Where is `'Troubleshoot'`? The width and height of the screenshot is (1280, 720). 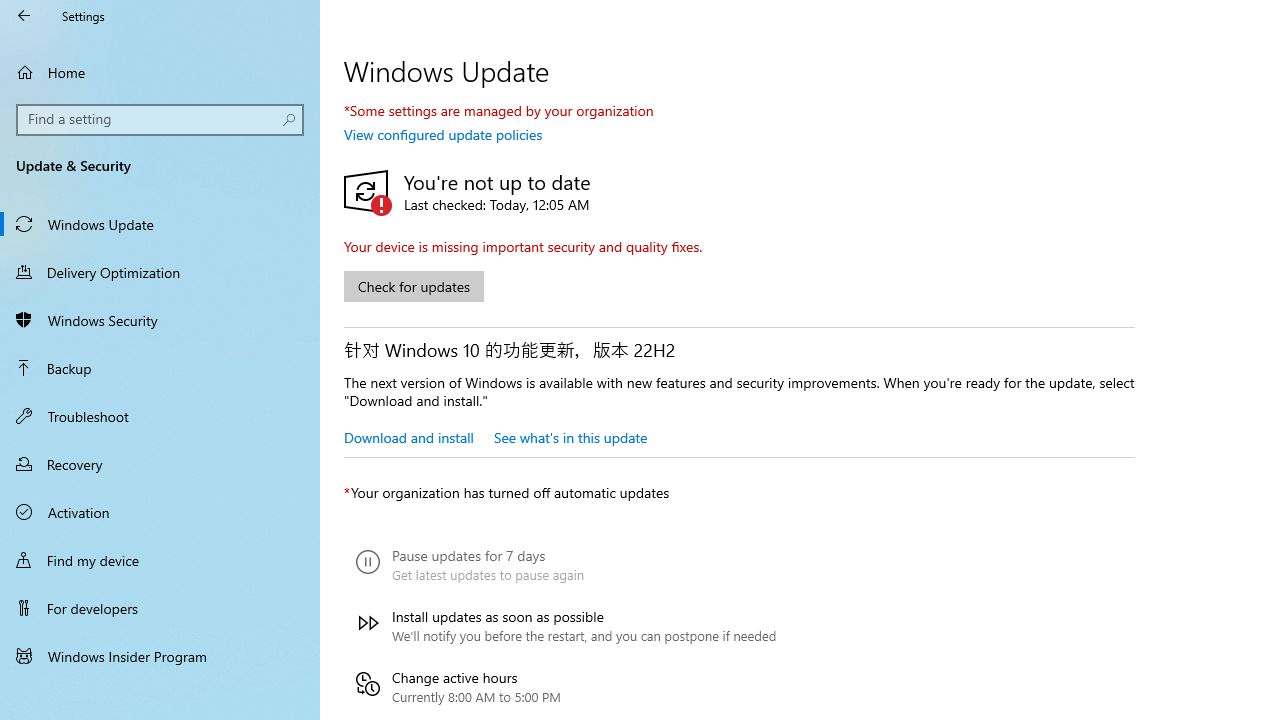
'Troubleshoot' is located at coordinates (160, 414).